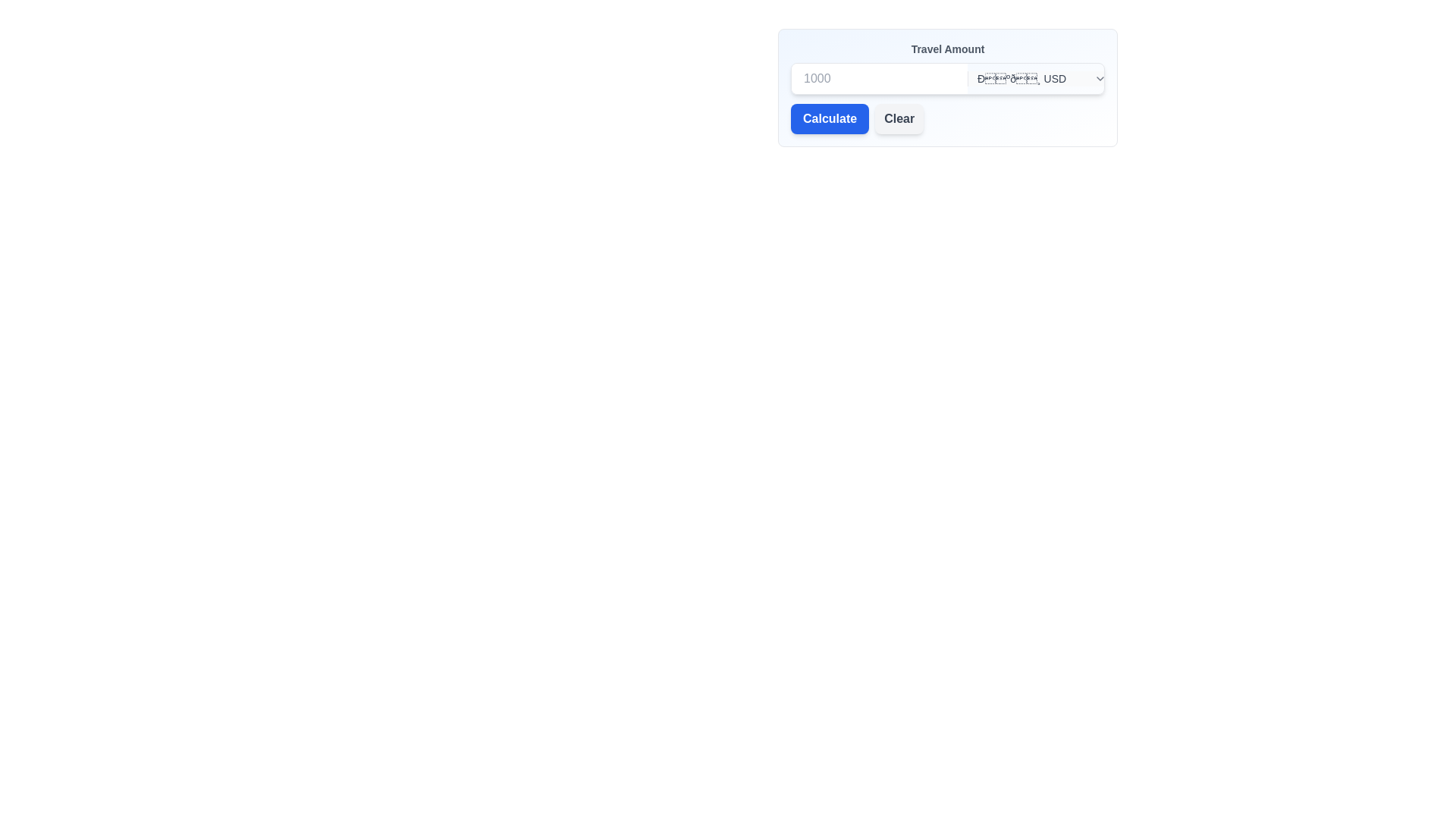 Image resolution: width=1456 pixels, height=819 pixels. I want to click on the blue button labeled 'Calculate' to observe styling changes, so click(829, 118).